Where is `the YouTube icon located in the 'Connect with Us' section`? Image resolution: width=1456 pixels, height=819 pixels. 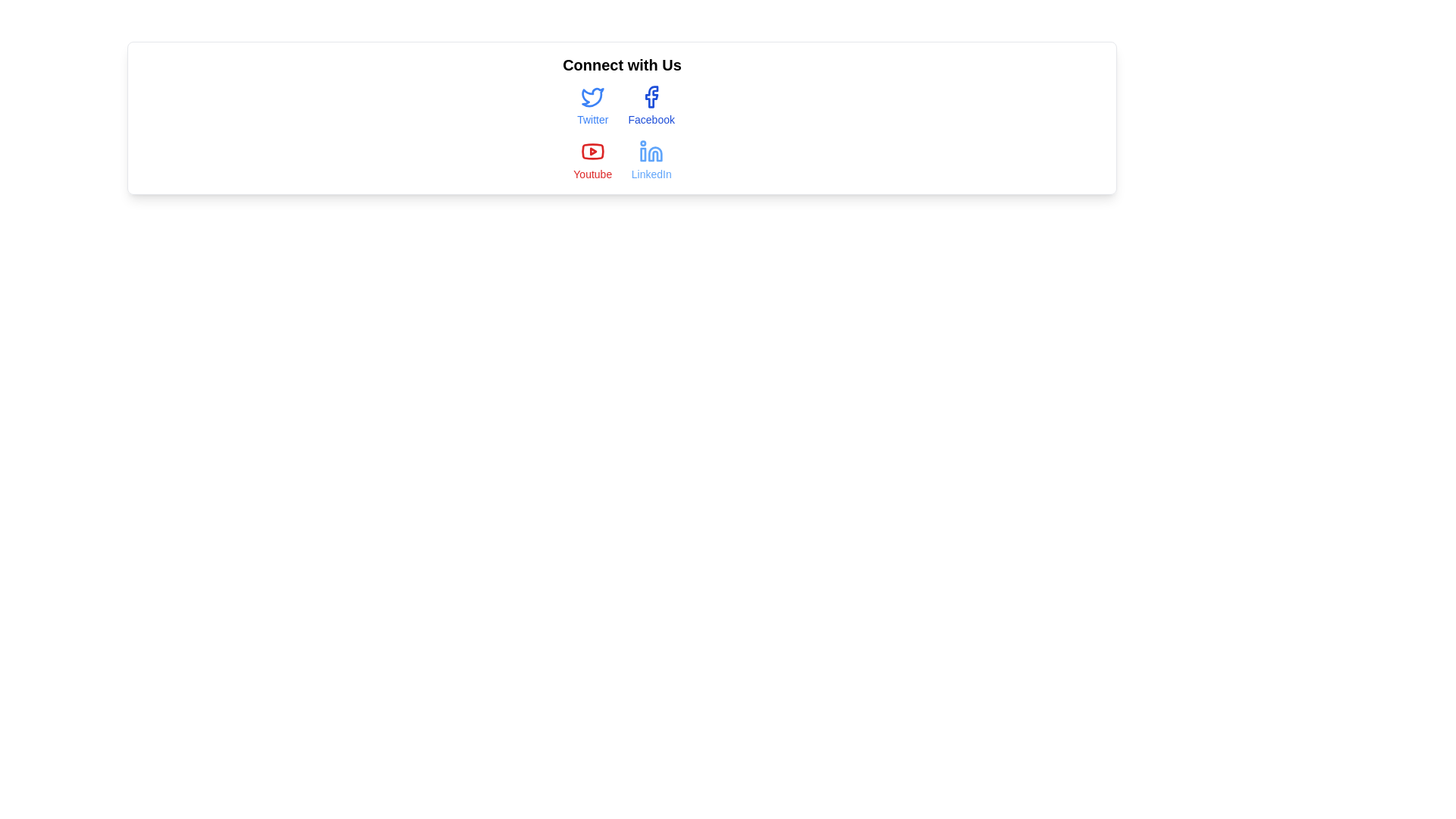 the YouTube icon located in the 'Connect with Us' section is located at coordinates (591, 152).